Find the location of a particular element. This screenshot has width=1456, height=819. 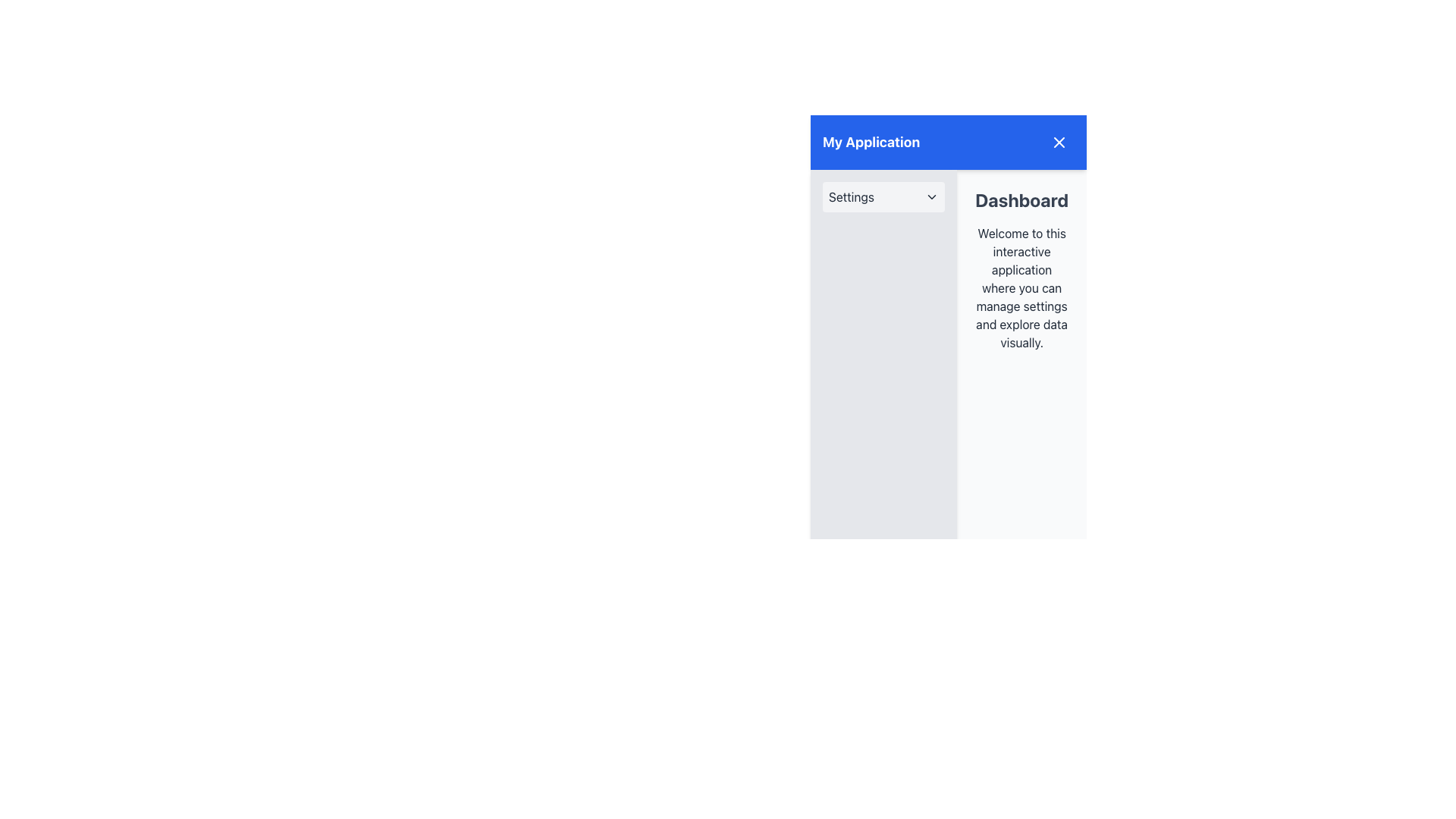

the 'close' button located at the top-right corner of the blue navigation bar is located at coordinates (1058, 143).